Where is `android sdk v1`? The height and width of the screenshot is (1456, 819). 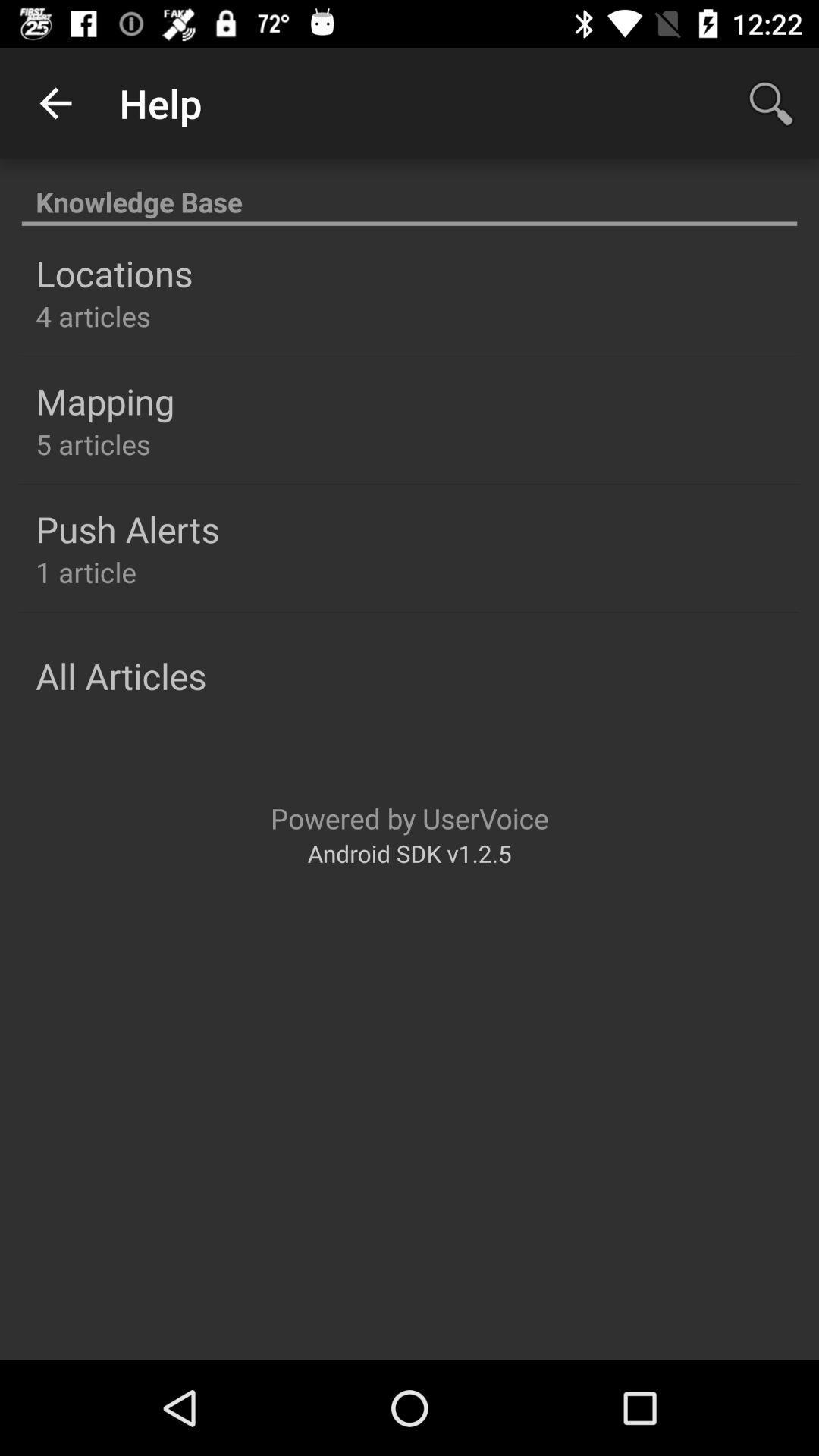 android sdk v1 is located at coordinates (409, 853).